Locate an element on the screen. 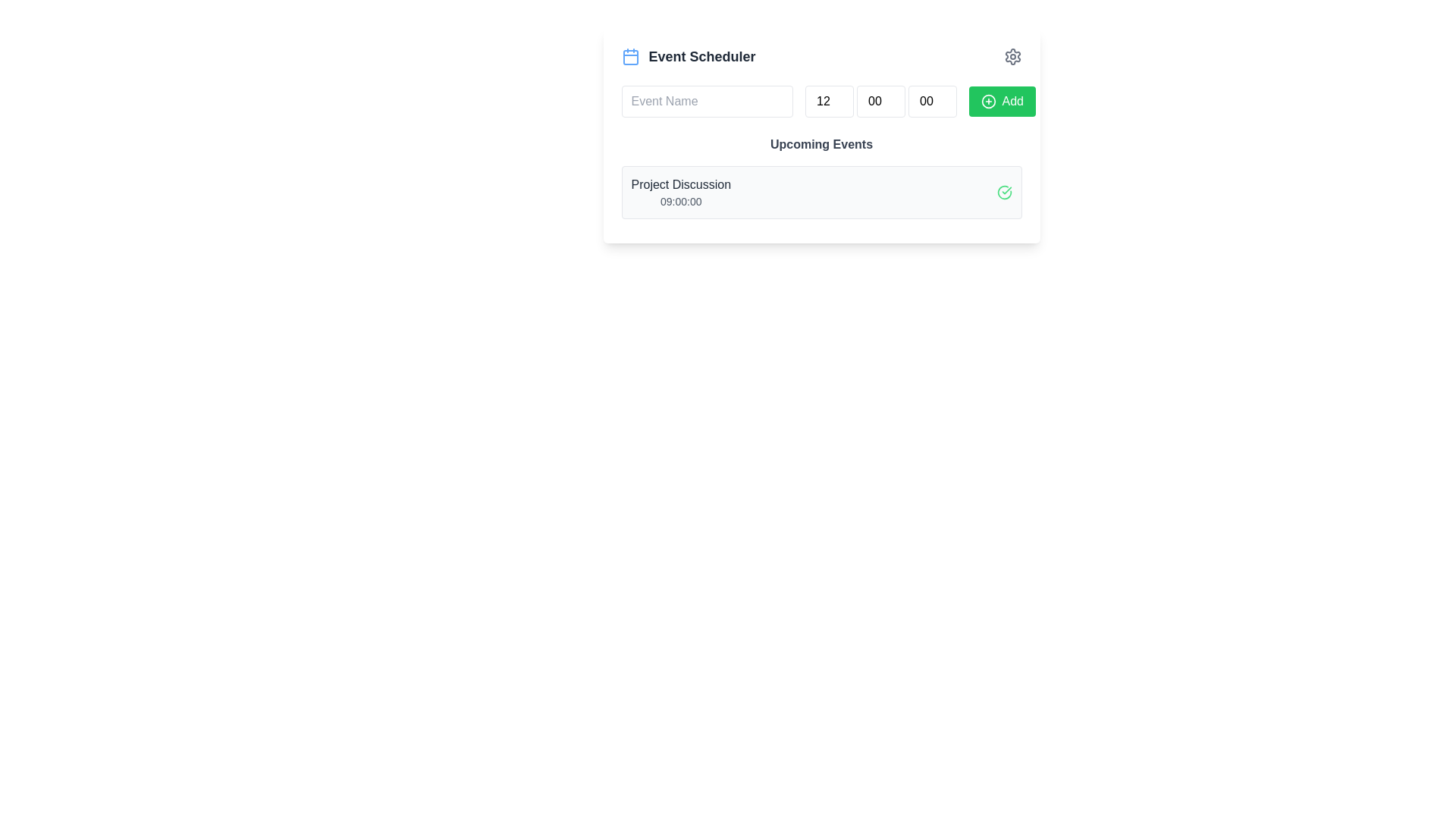  the Number input field in the 'Event Scheduler' module to focus it, located to the right of the 'Event Name' input field is located at coordinates (828, 102).